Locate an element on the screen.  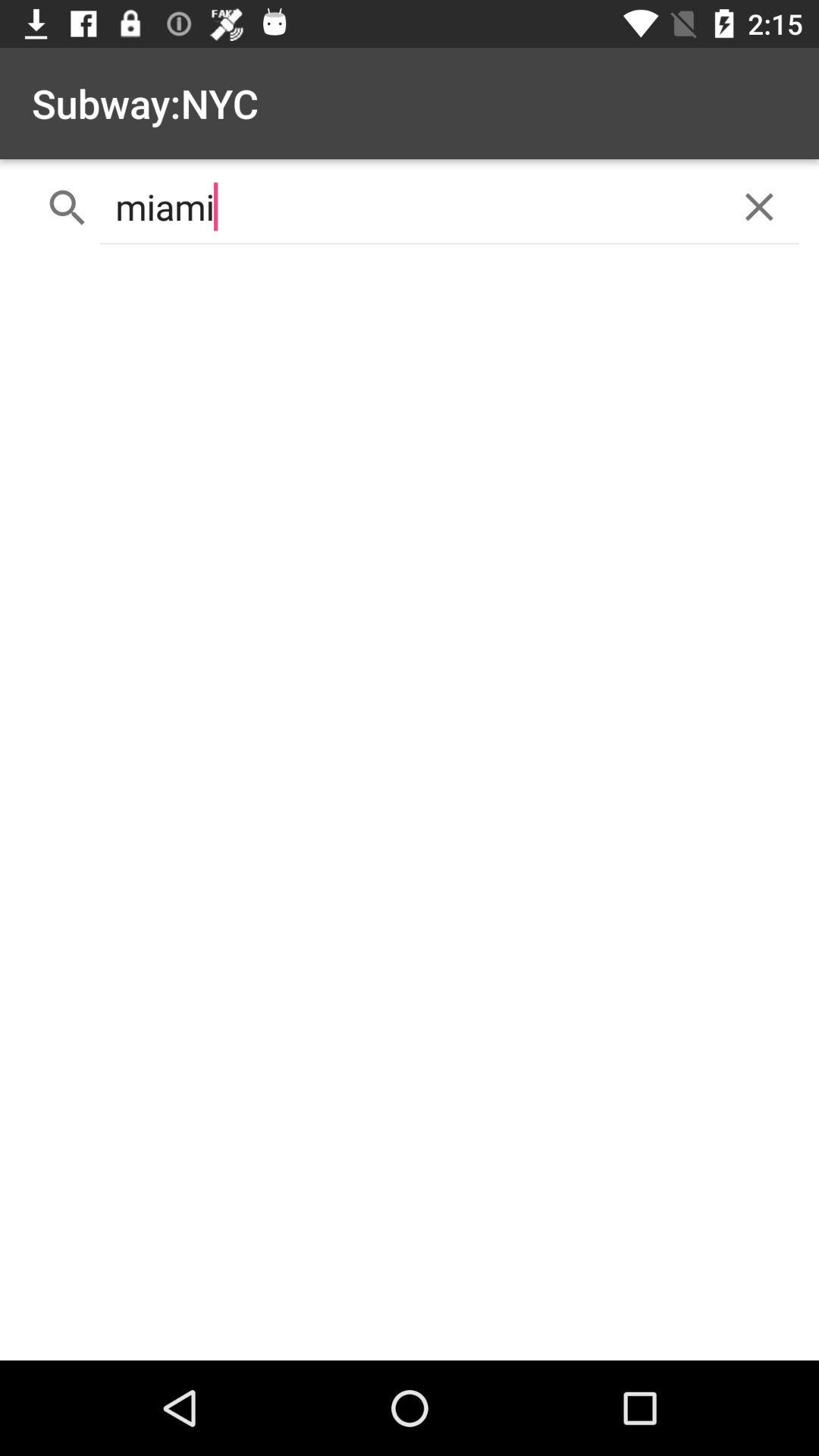
the item next to miami is located at coordinates (759, 206).